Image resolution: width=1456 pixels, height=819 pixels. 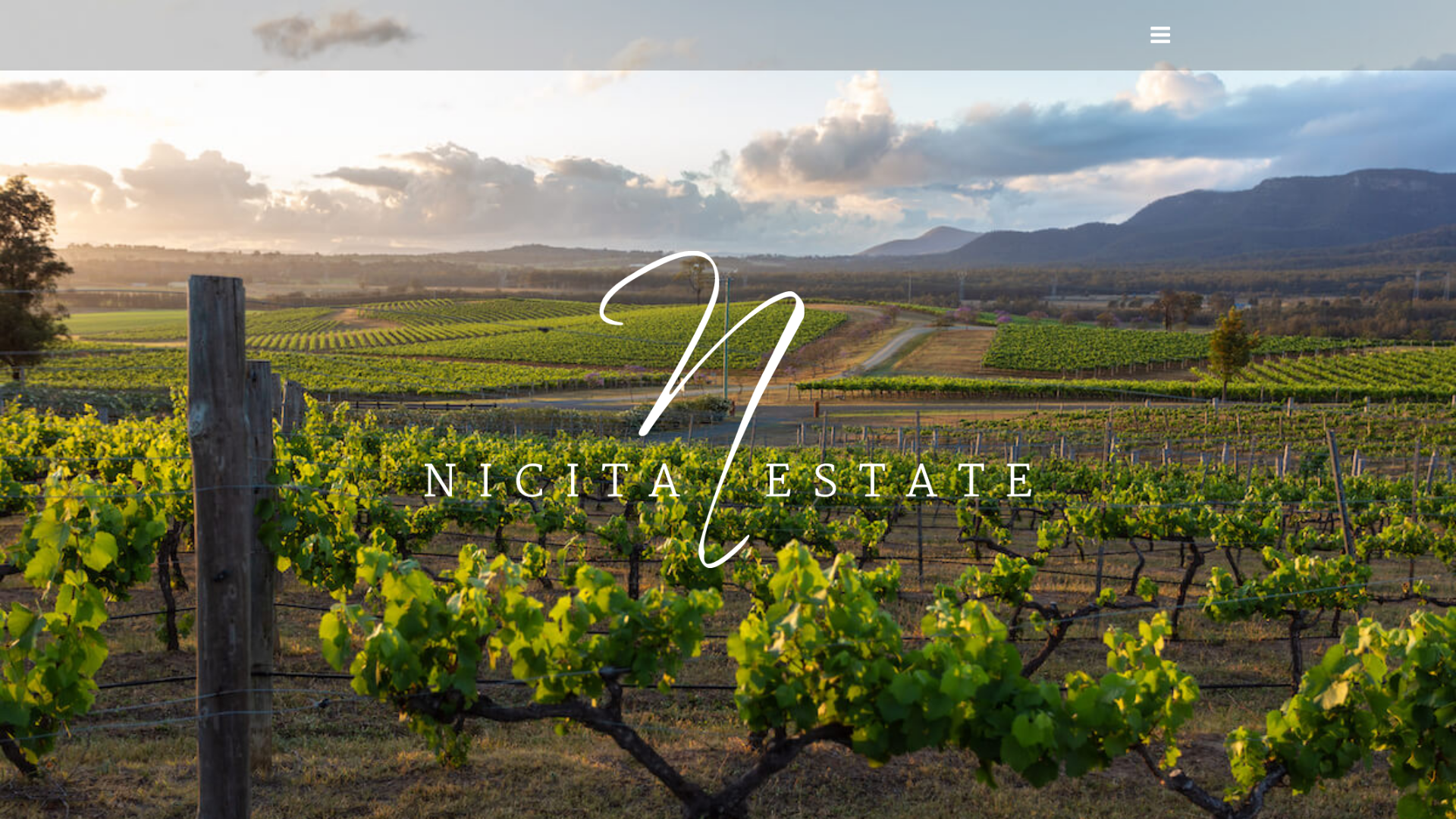 What do you see at coordinates (0, 0) in the screenshot?
I see `'Skip to content'` at bounding box center [0, 0].